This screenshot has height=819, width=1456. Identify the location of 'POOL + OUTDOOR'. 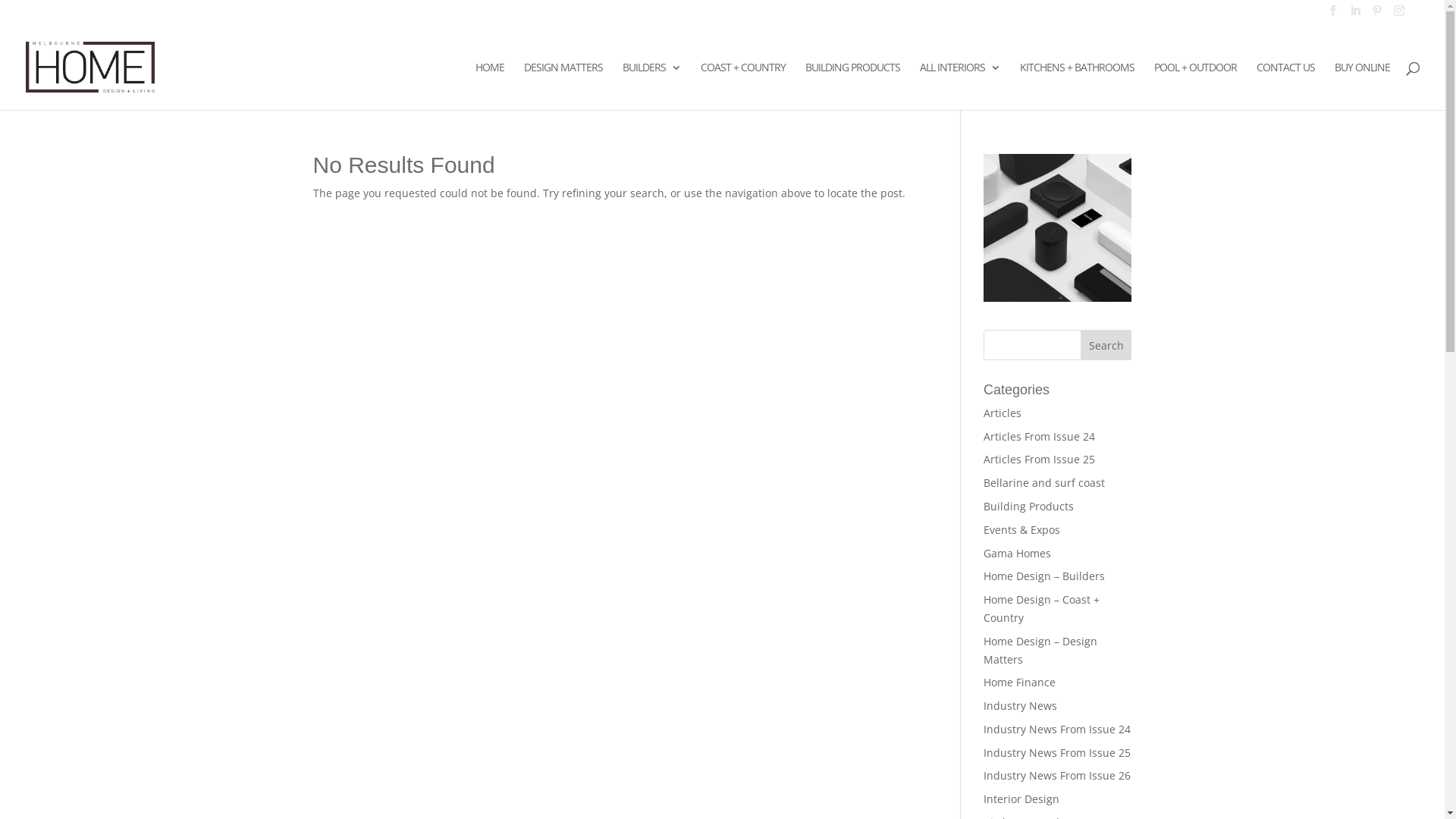
(1194, 86).